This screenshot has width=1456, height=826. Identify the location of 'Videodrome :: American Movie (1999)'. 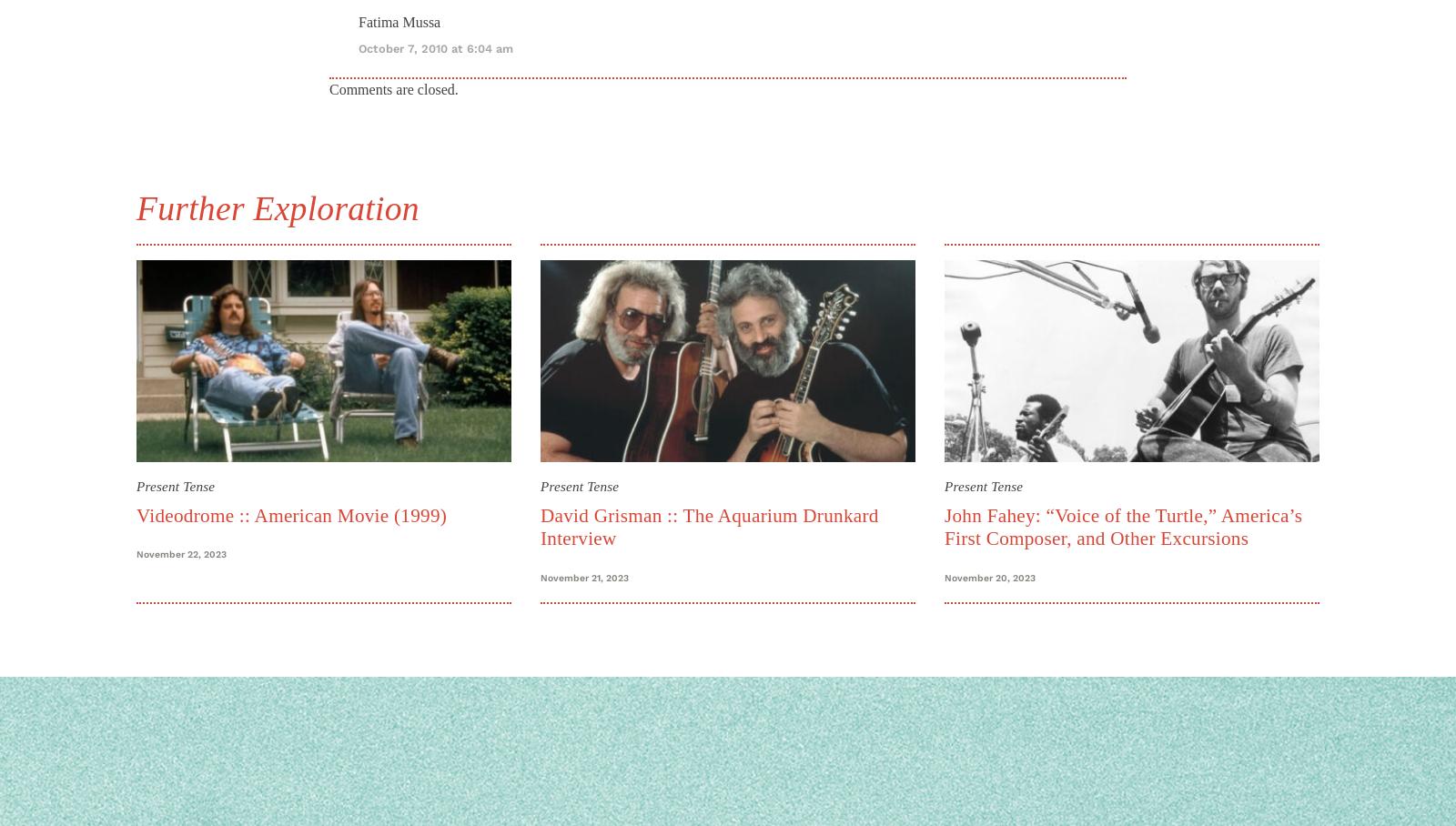
(136, 513).